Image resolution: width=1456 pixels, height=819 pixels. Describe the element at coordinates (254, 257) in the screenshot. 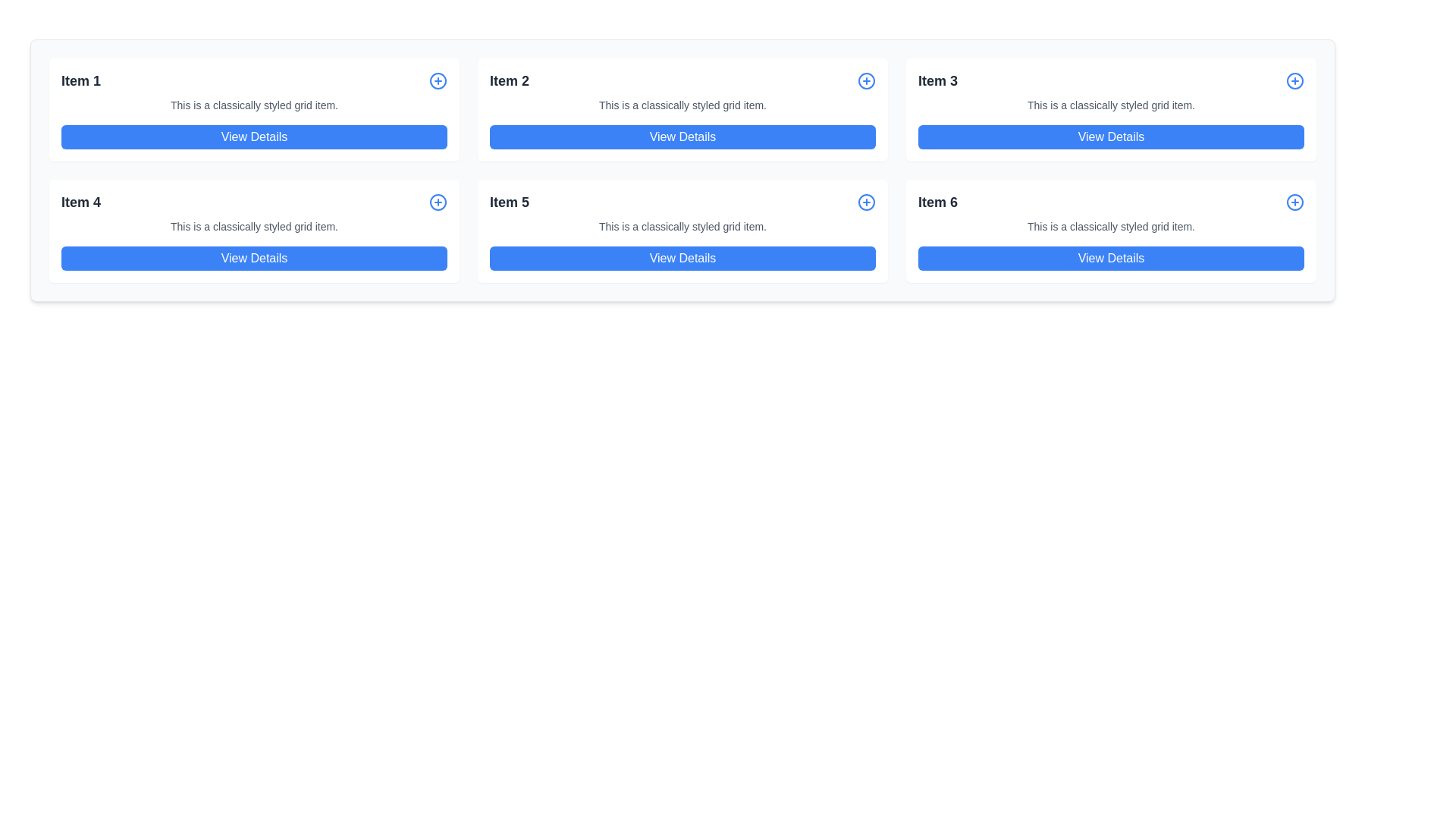

I see `the 'View Details' button, which is a rectangular button with white text and a blue background located at the bottom of the grid item labeled 'Item 4'` at that location.